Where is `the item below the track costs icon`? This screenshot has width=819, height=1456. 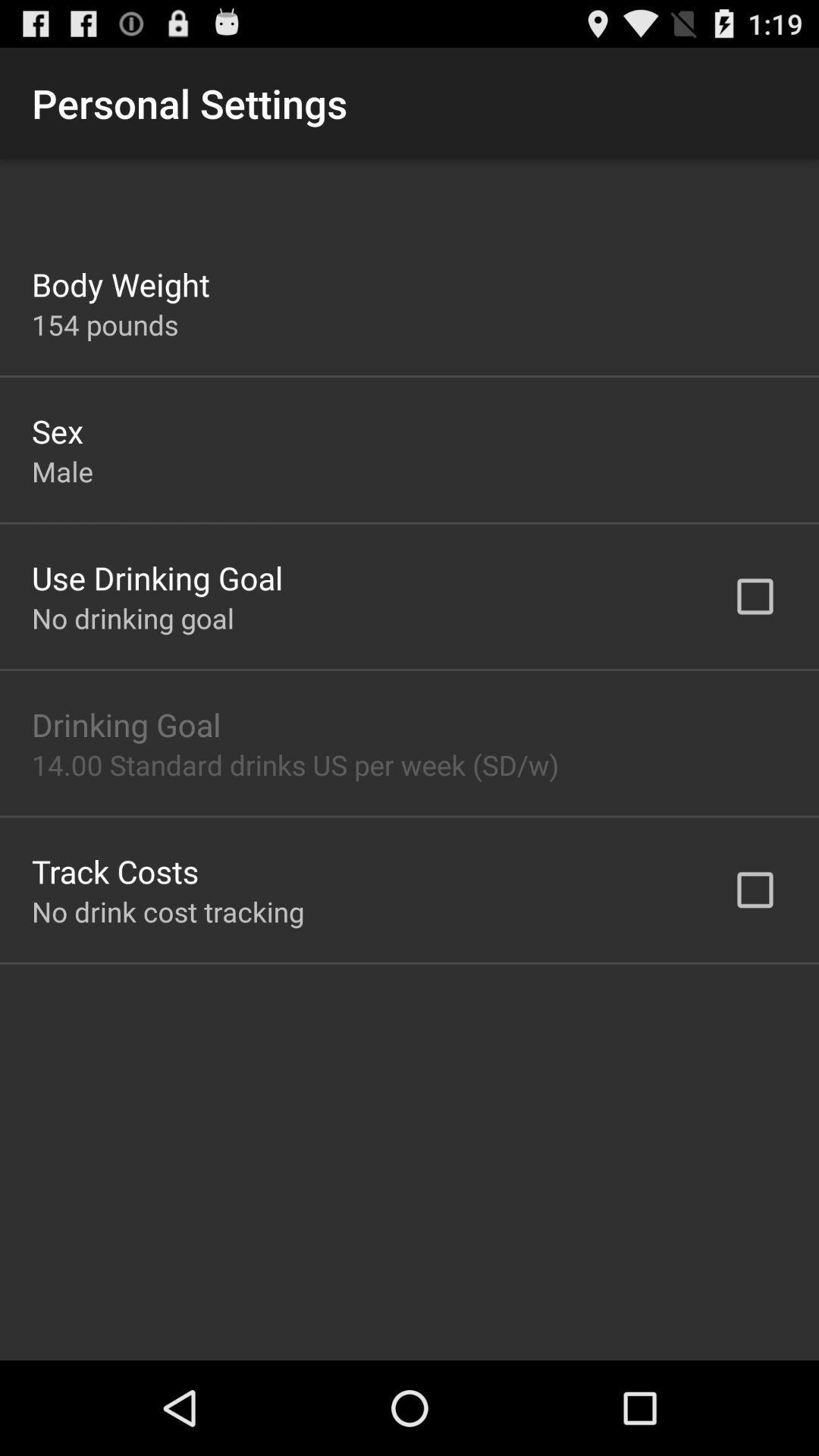 the item below the track costs icon is located at coordinates (168, 911).